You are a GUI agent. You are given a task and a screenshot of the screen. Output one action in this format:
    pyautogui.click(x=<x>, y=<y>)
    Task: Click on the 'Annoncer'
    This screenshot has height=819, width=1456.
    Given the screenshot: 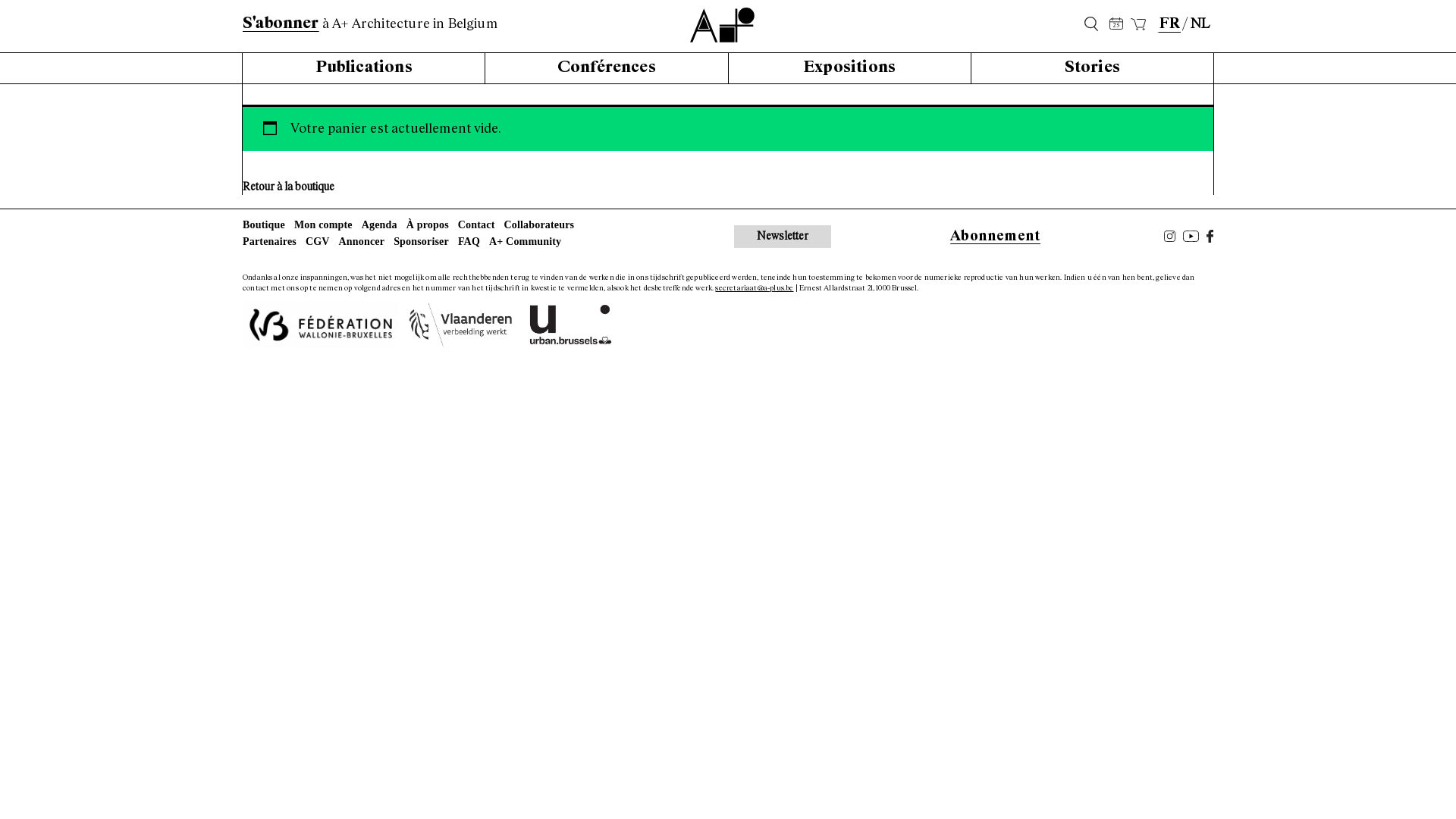 What is the action you would take?
    pyautogui.click(x=361, y=240)
    